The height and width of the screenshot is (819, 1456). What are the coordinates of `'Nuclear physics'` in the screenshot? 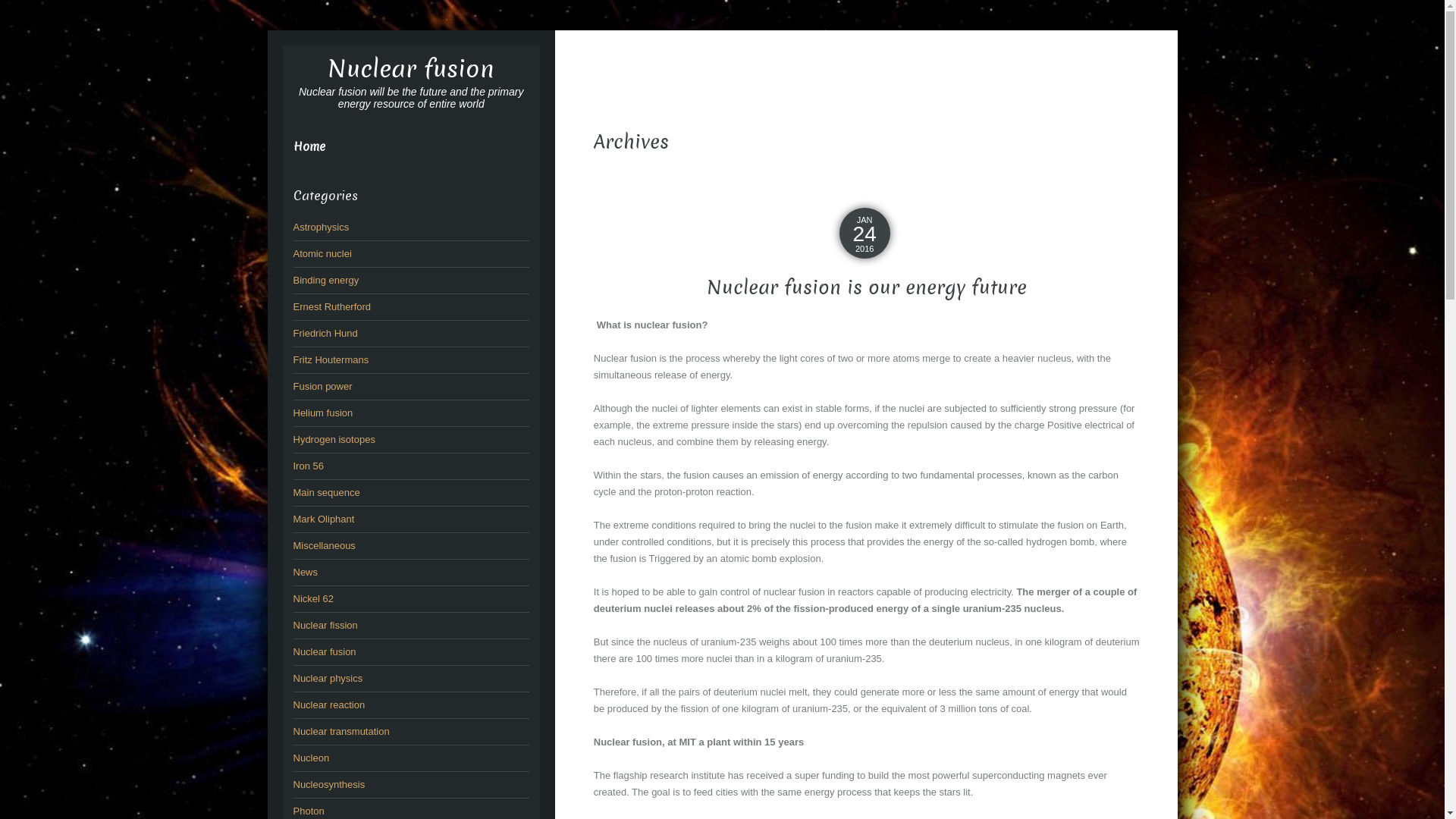 It's located at (327, 677).